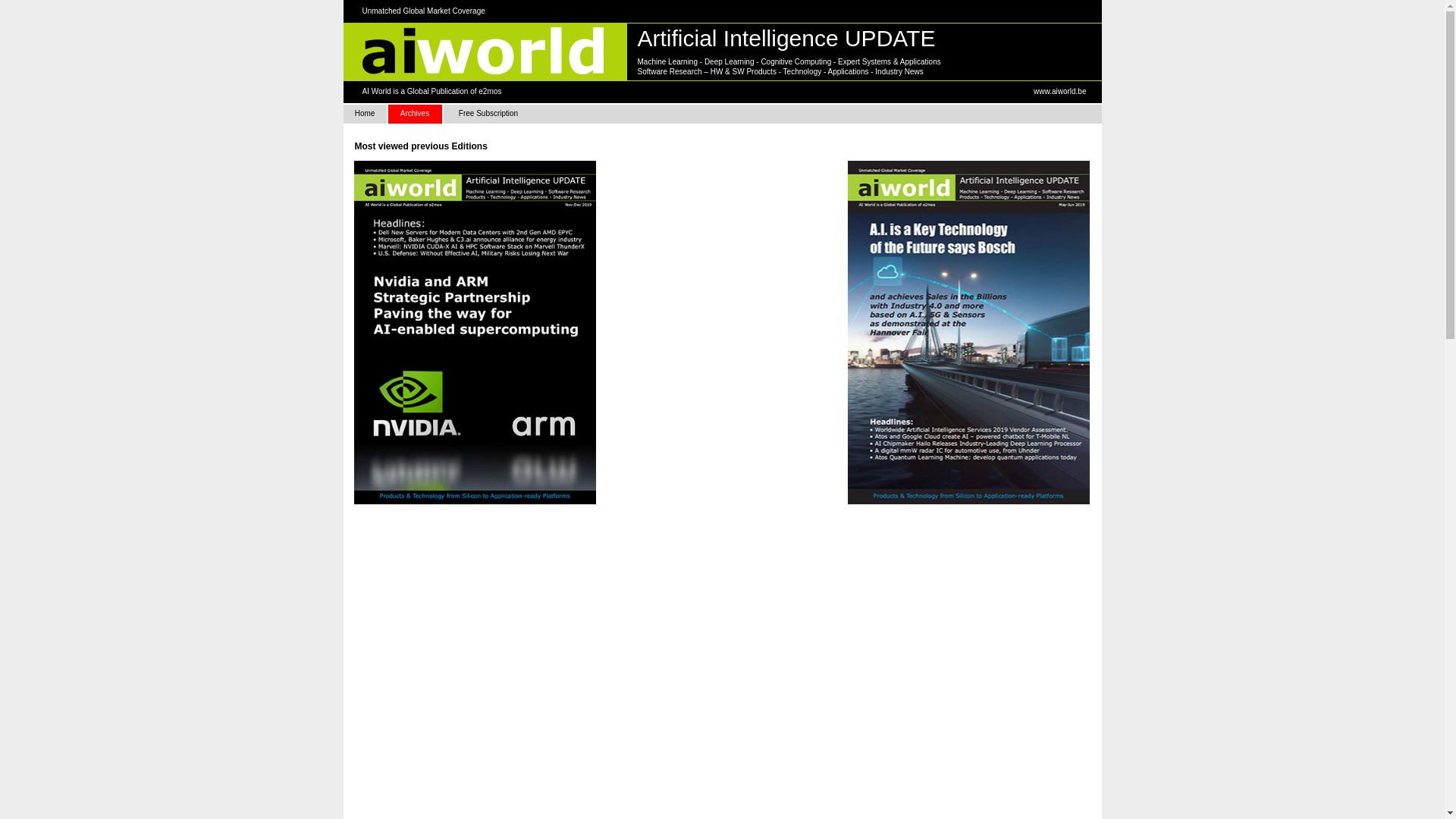  I want to click on 'Home', so click(364, 113).